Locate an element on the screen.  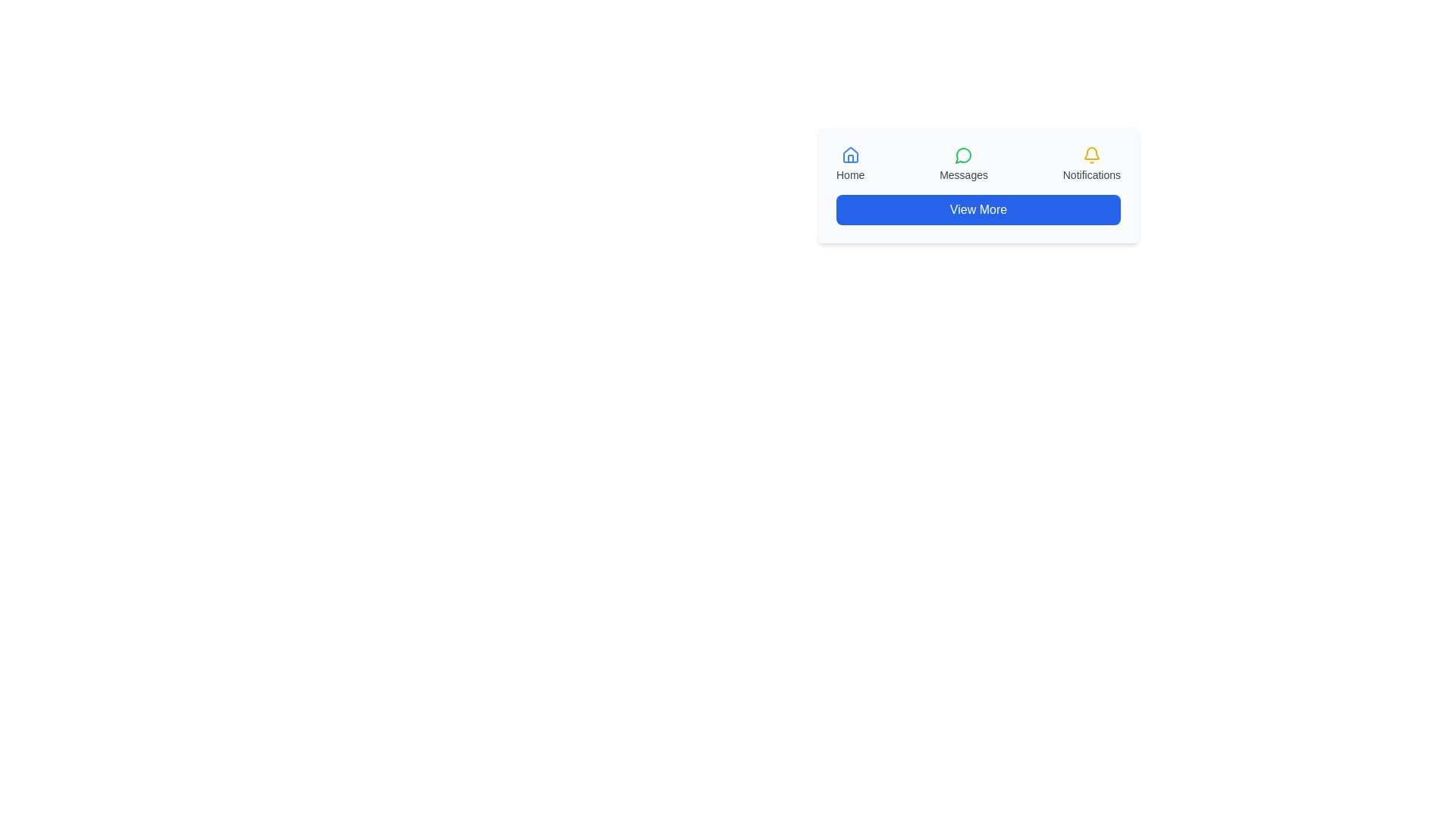
the centrally located Navigation button with an icon and label is located at coordinates (963, 164).